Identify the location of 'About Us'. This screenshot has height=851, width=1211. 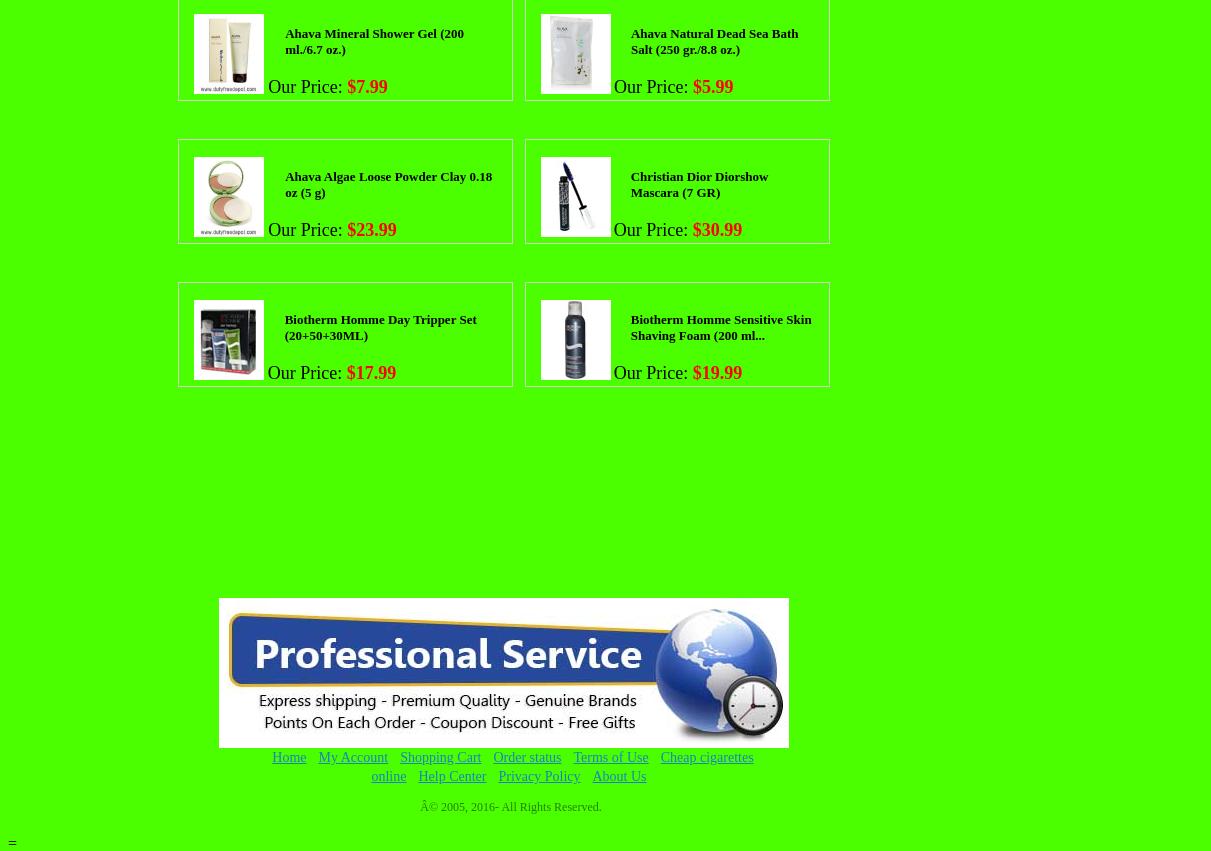
(618, 775).